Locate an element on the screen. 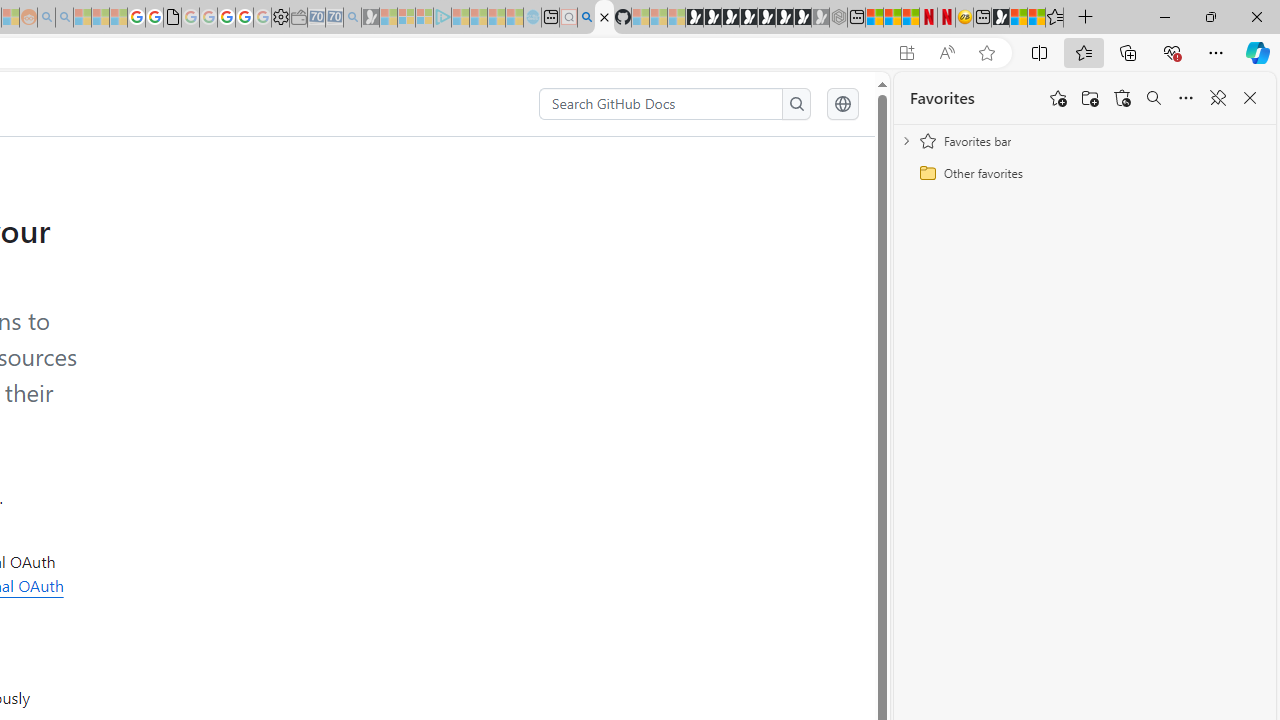 The height and width of the screenshot is (720, 1280). 'Cheap Car Rentals - Save70.com - Sleeping' is located at coordinates (334, 17).